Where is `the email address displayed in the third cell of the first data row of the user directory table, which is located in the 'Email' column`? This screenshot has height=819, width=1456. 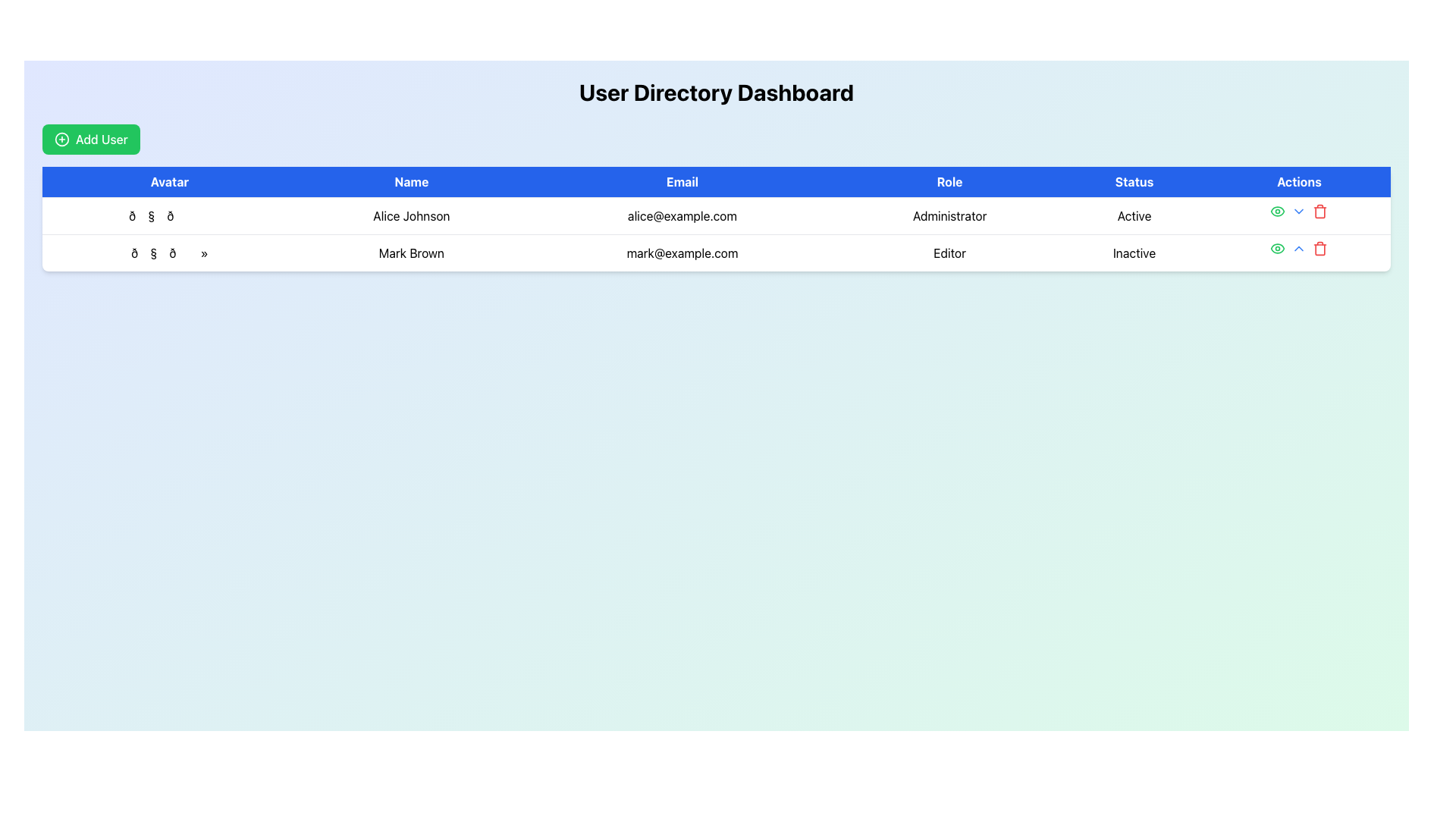 the email address displayed in the third cell of the first data row of the user directory table, which is located in the 'Email' column is located at coordinates (682, 216).